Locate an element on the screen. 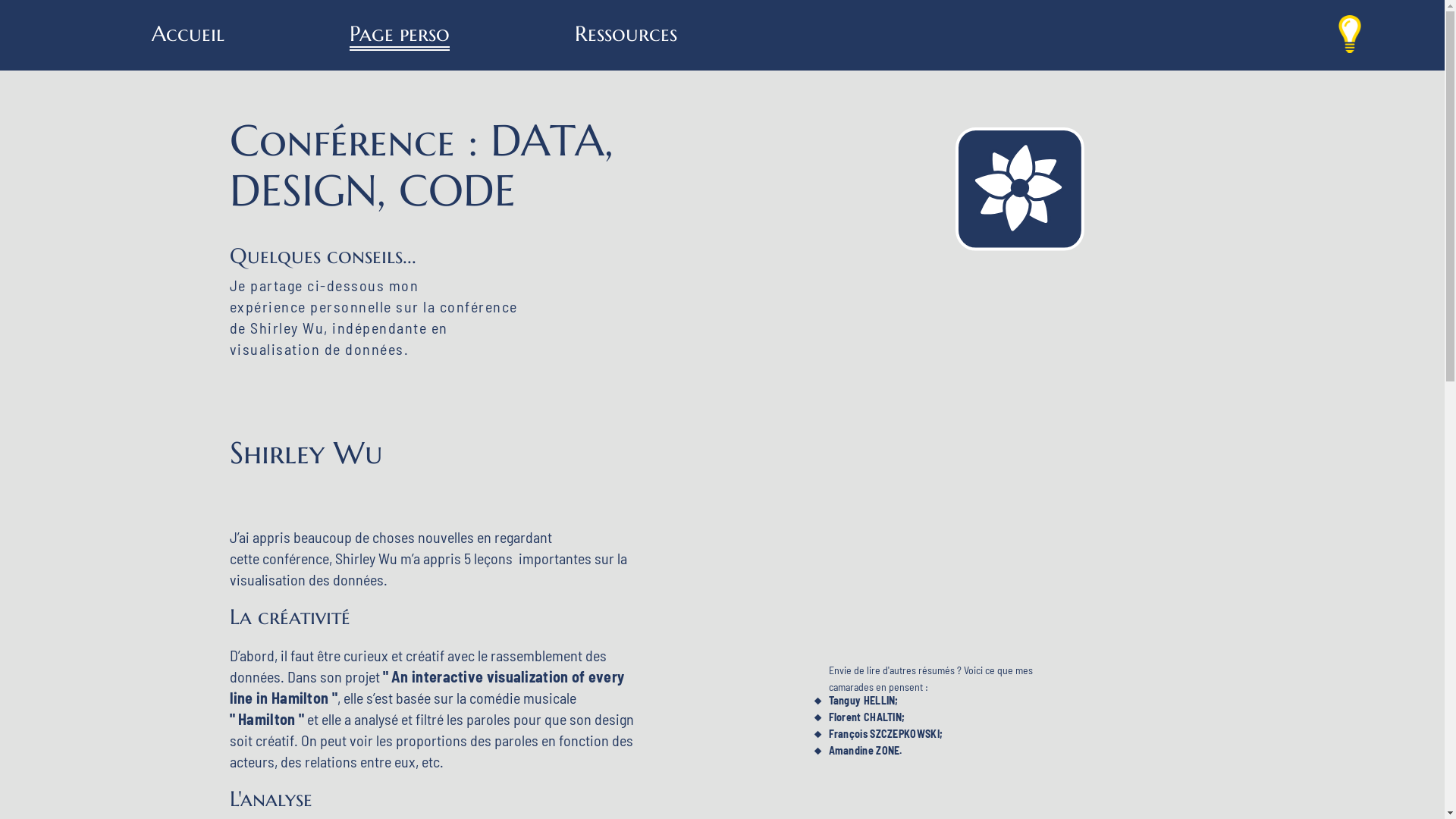 The width and height of the screenshot is (1456, 819). 'Page perso' is located at coordinates (400, 35).